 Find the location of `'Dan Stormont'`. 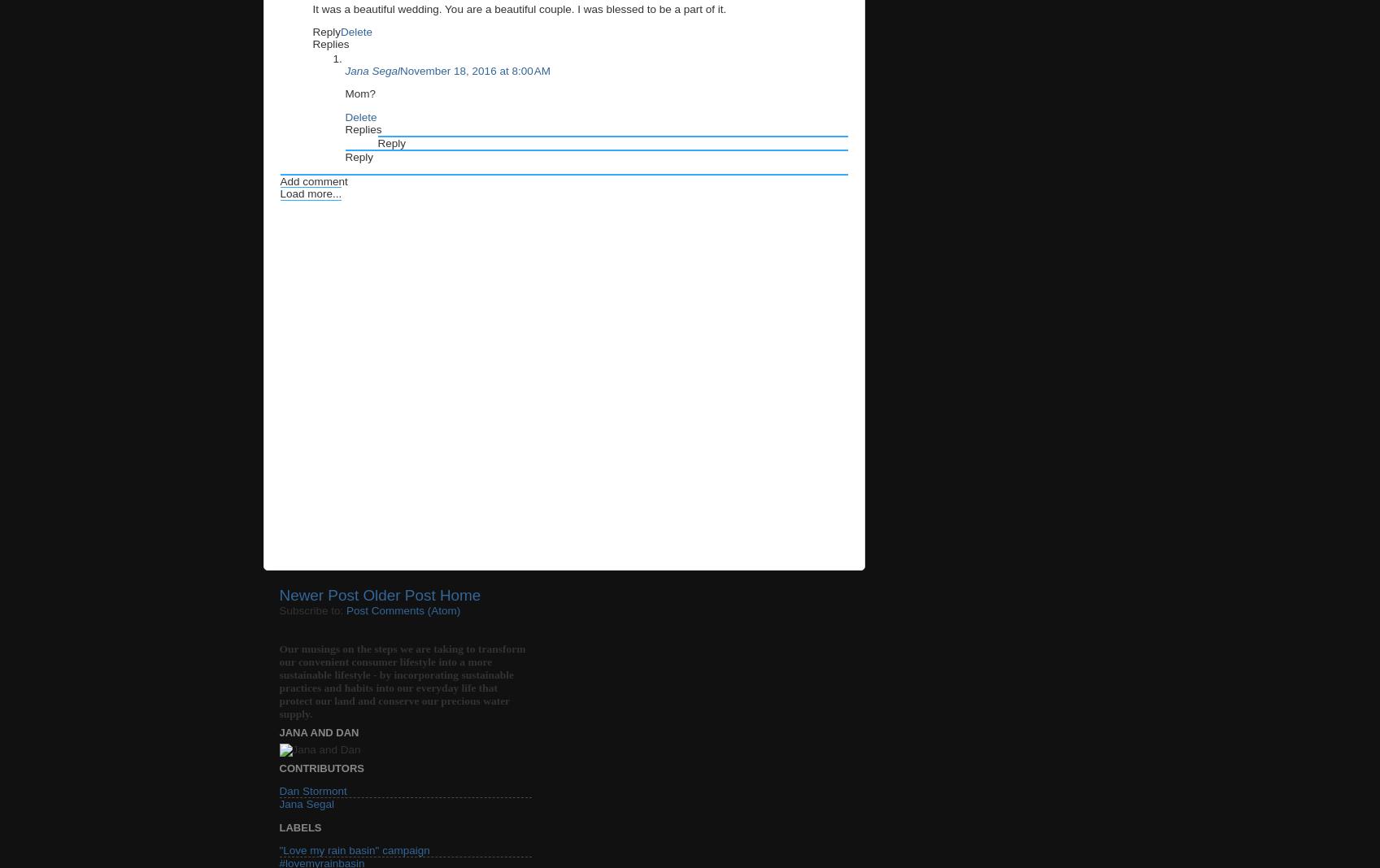

'Dan Stormont' is located at coordinates (312, 791).